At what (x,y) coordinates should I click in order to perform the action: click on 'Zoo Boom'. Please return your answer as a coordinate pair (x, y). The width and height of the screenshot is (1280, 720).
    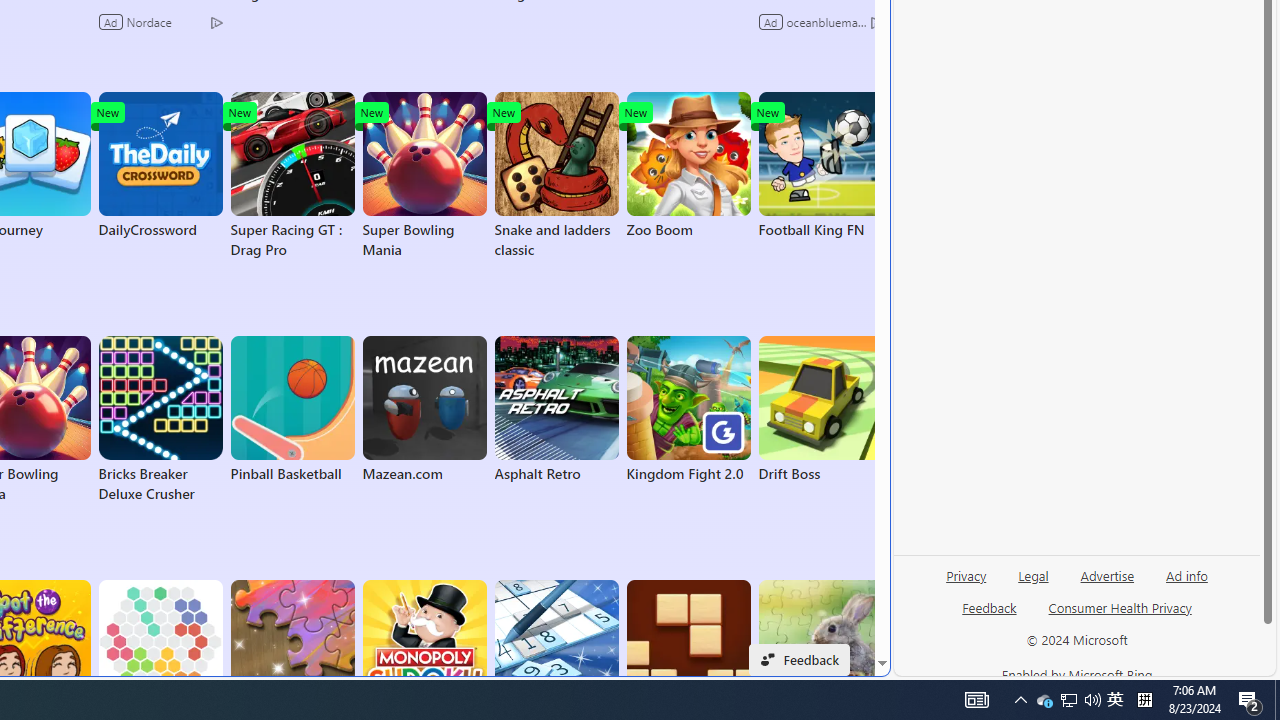
    Looking at the image, I should click on (688, 164).